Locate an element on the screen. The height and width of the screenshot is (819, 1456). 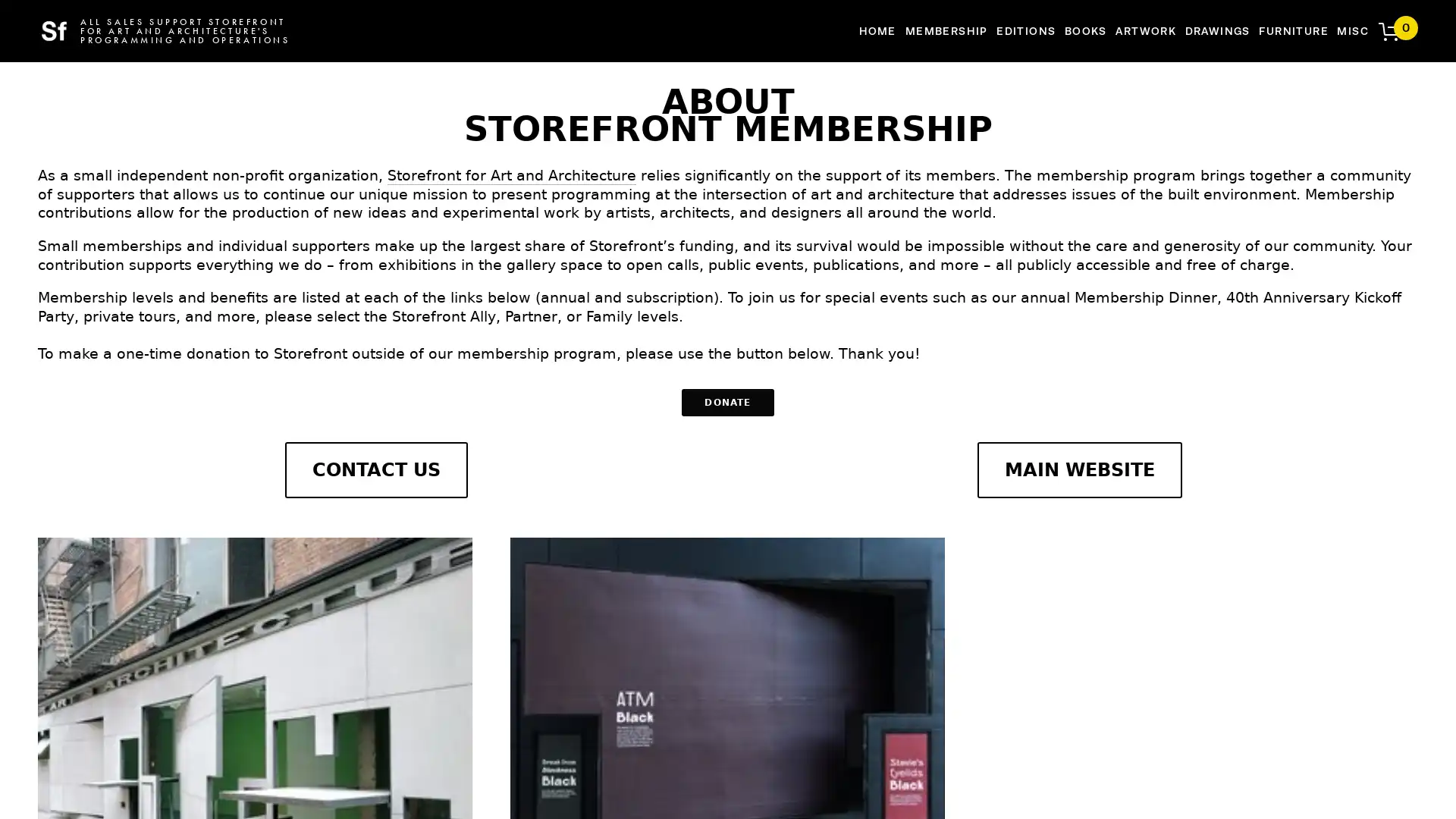
DONATE is located at coordinates (726, 402).